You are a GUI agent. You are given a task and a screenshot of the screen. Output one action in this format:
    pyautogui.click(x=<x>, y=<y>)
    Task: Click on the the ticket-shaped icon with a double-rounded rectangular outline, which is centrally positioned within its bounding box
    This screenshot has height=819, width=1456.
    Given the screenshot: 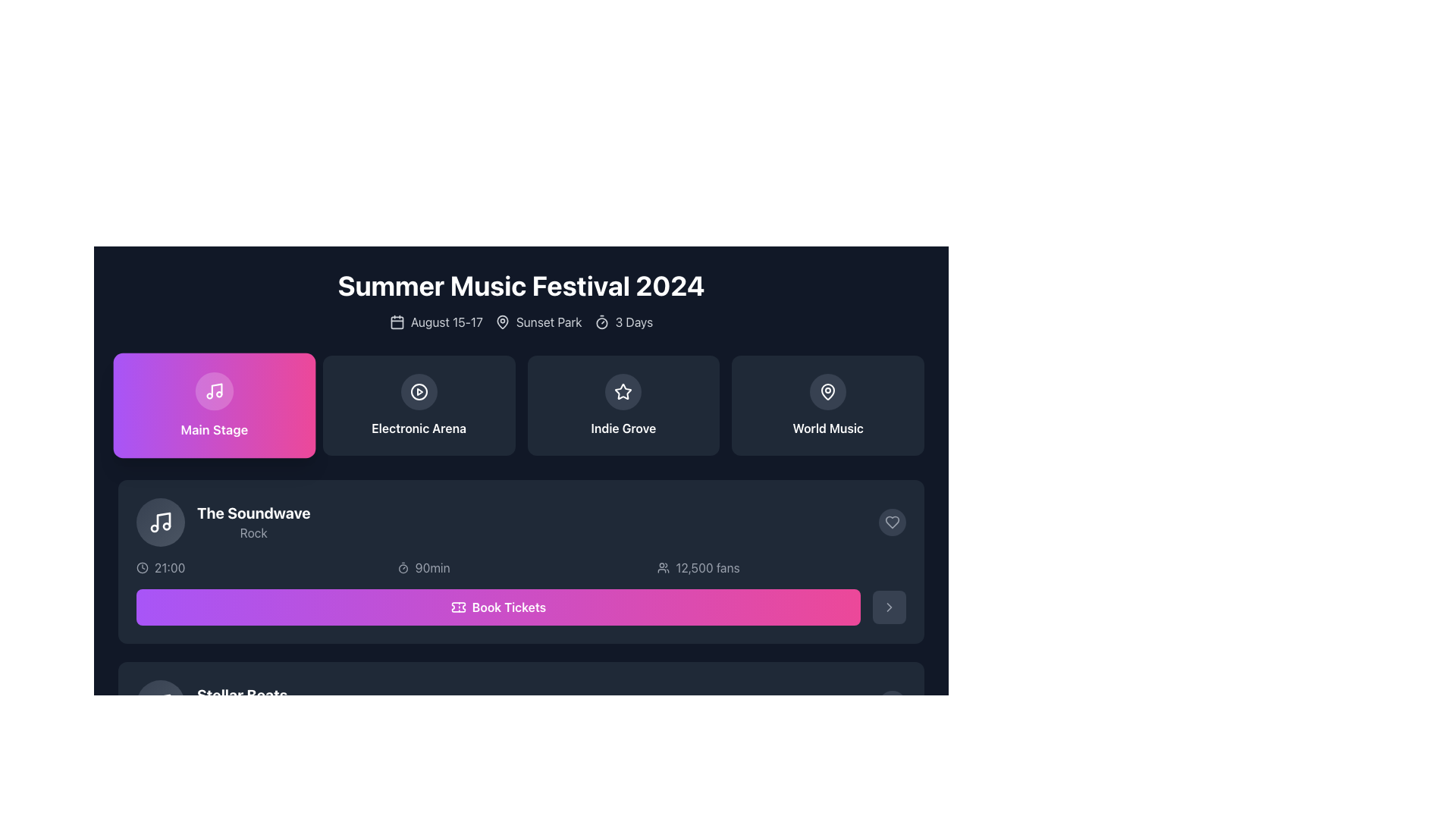 What is the action you would take?
    pyautogui.click(x=457, y=607)
    